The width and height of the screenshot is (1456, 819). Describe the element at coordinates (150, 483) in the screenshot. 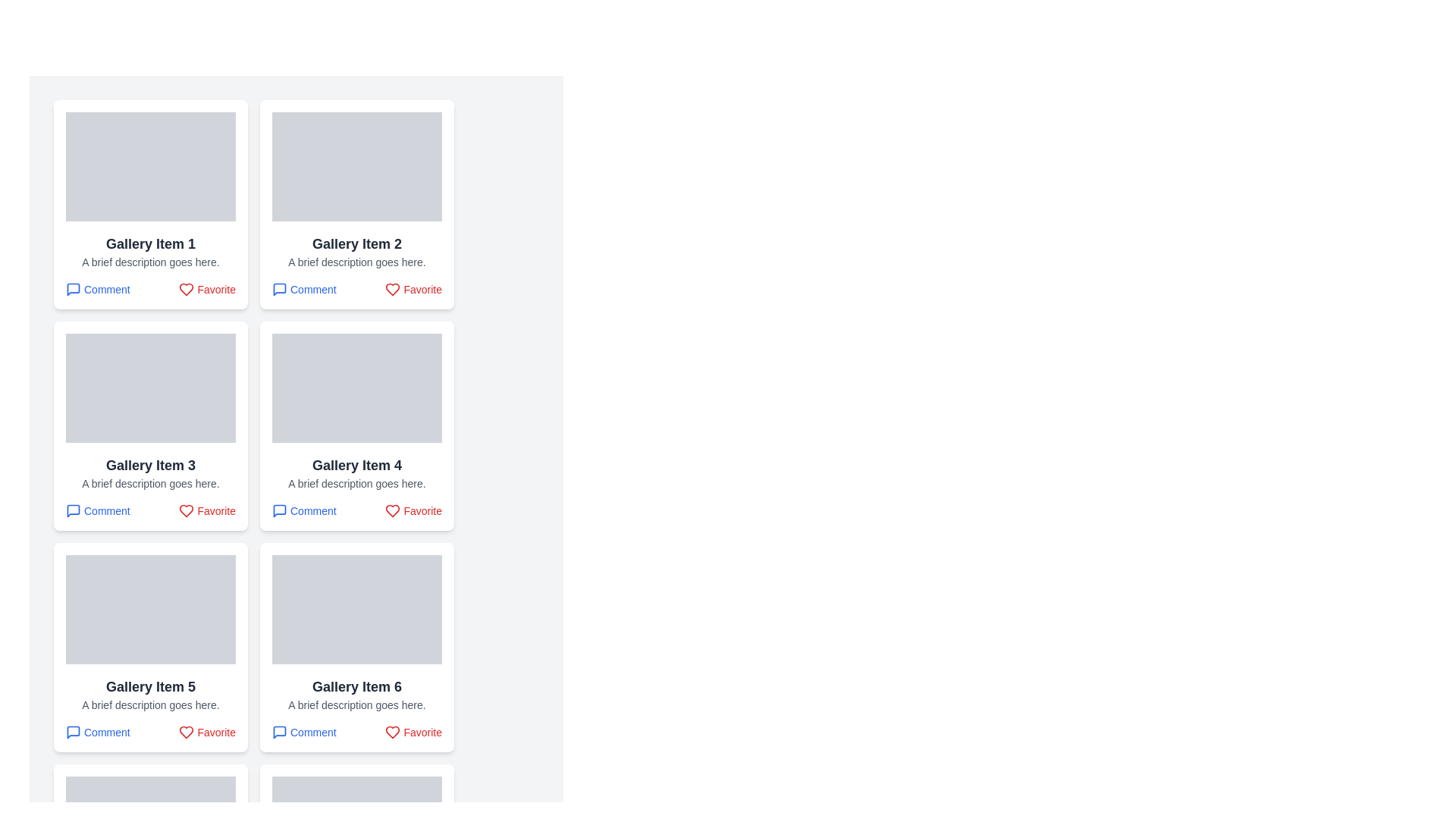

I see `descriptive text label located directly under the title 'Gallery Item 3' in the third gallery card of the left column` at that location.